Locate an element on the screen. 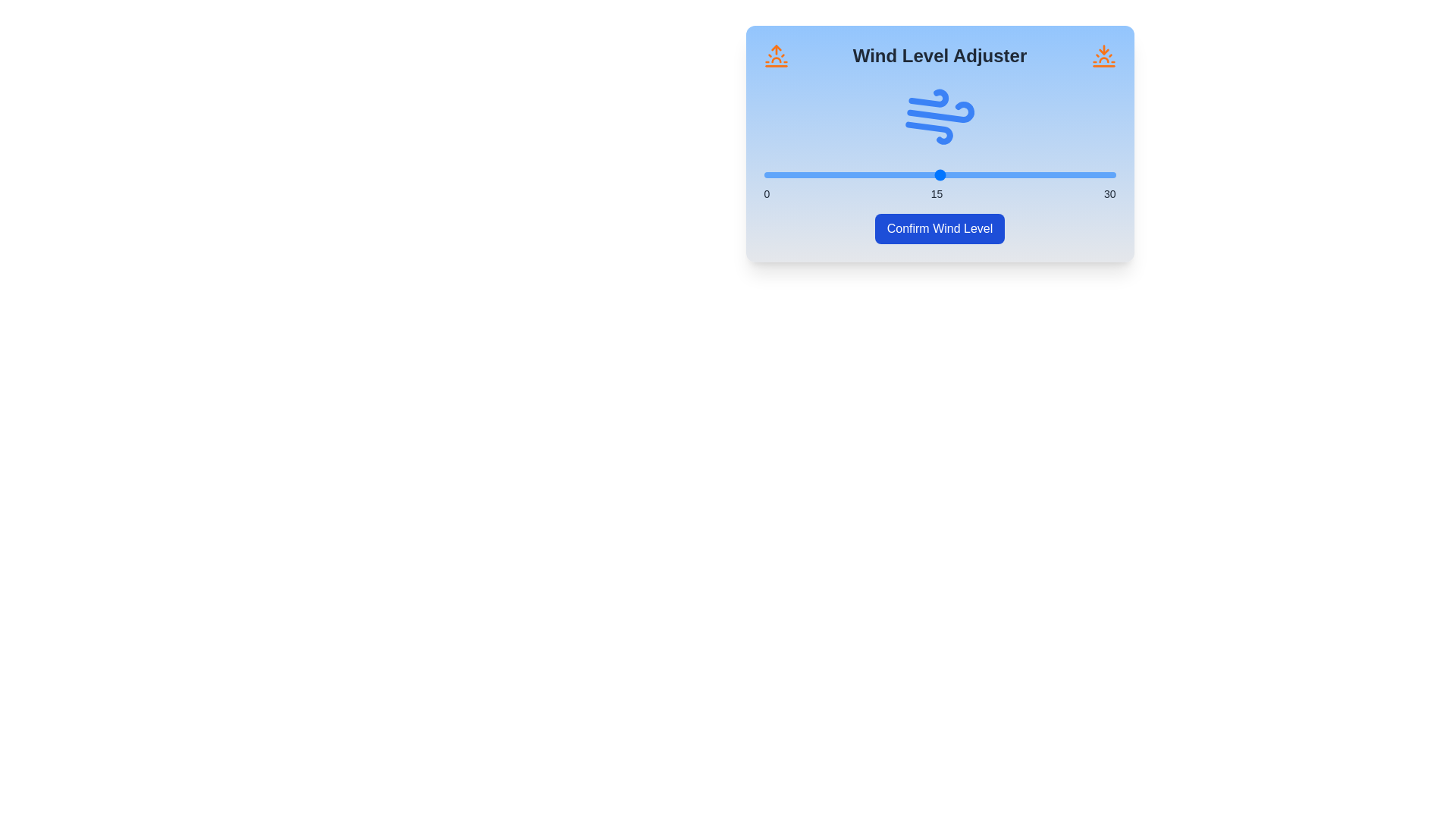  the wind level to 20 by moving the slider is located at coordinates (998, 174).